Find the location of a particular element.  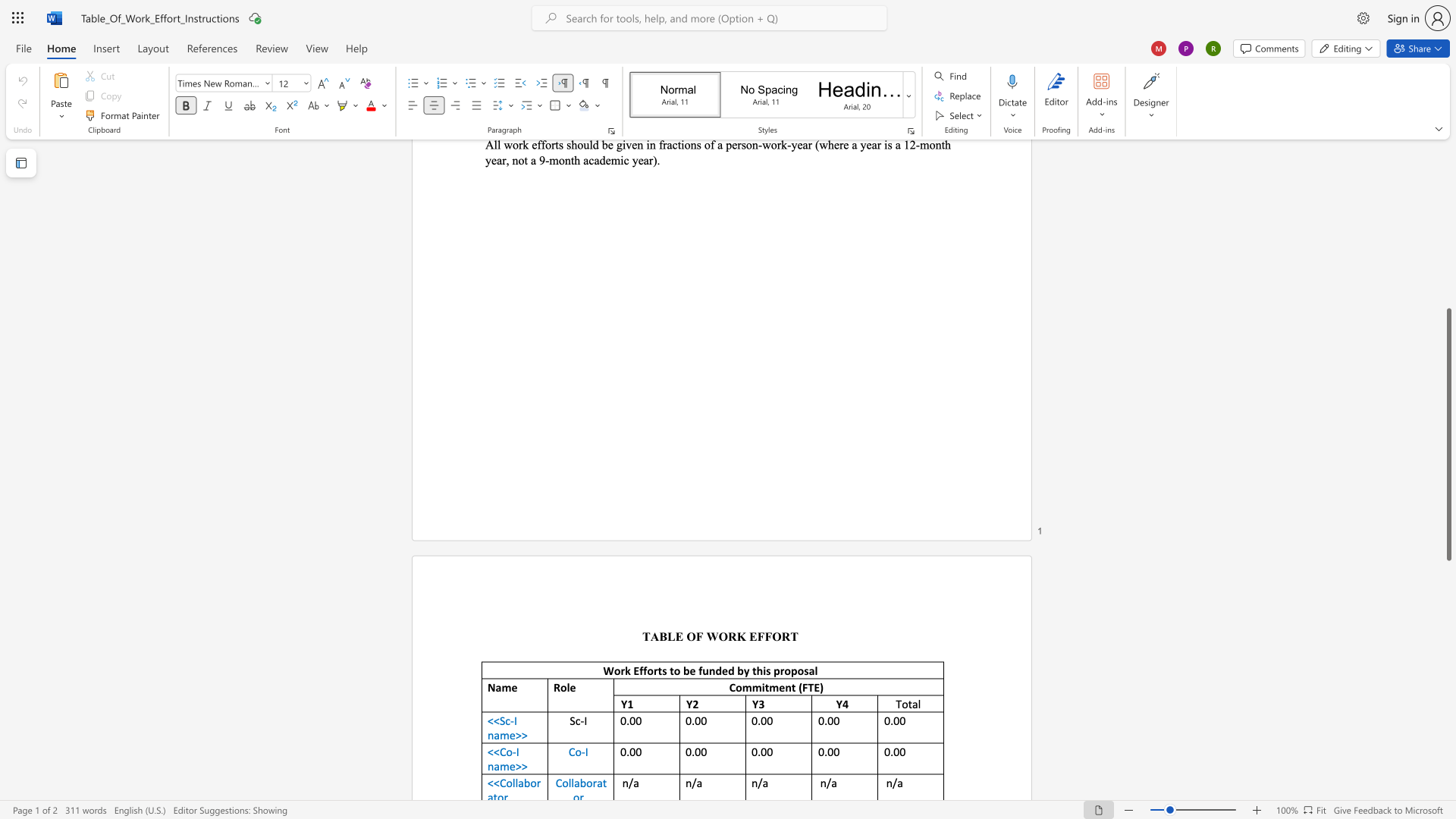

the side scrollbar to bring the page up is located at coordinates (1448, 242).